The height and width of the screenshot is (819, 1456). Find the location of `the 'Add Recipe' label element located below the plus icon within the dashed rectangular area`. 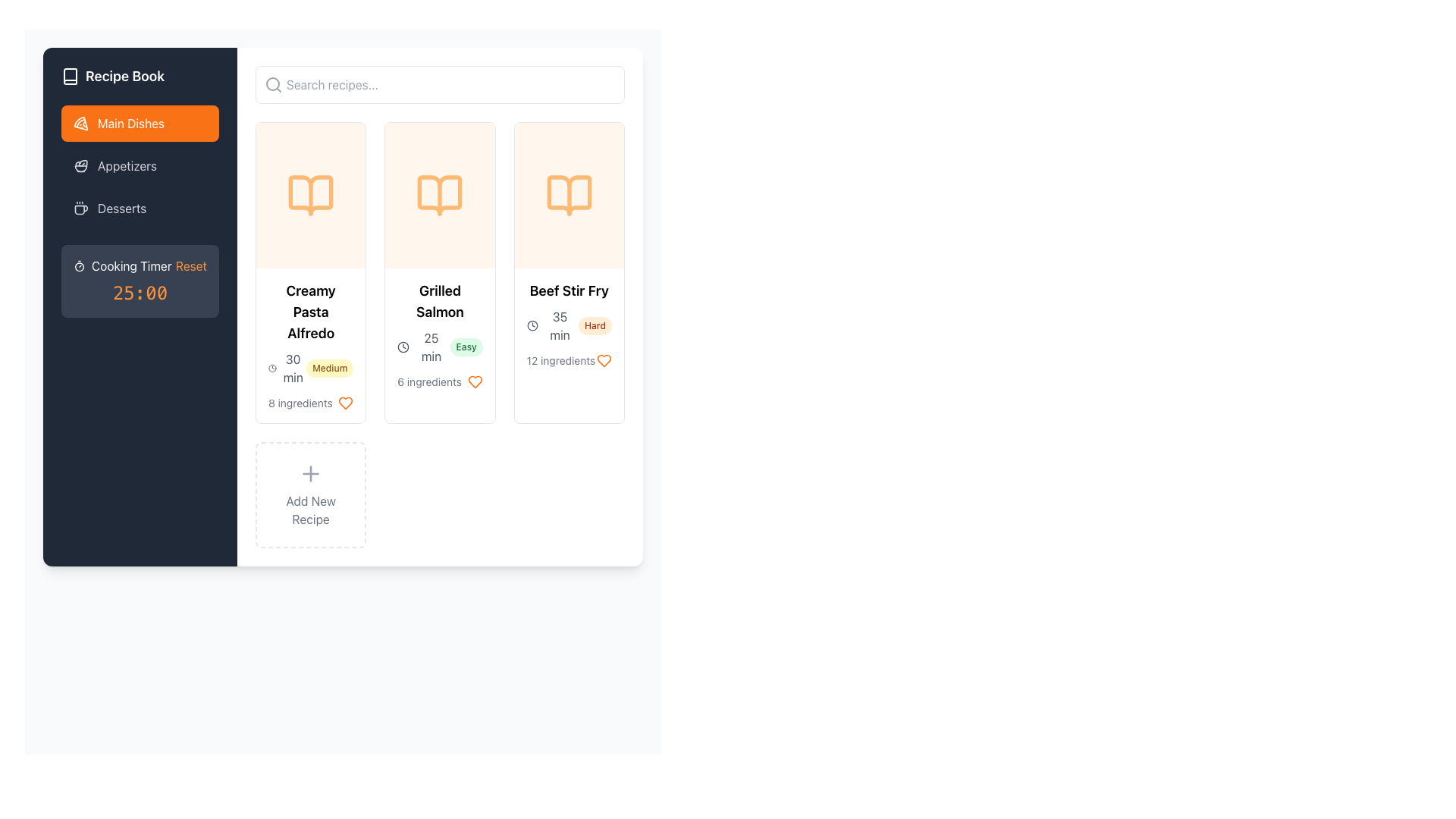

the 'Add Recipe' label element located below the plus icon within the dashed rectangular area is located at coordinates (310, 510).